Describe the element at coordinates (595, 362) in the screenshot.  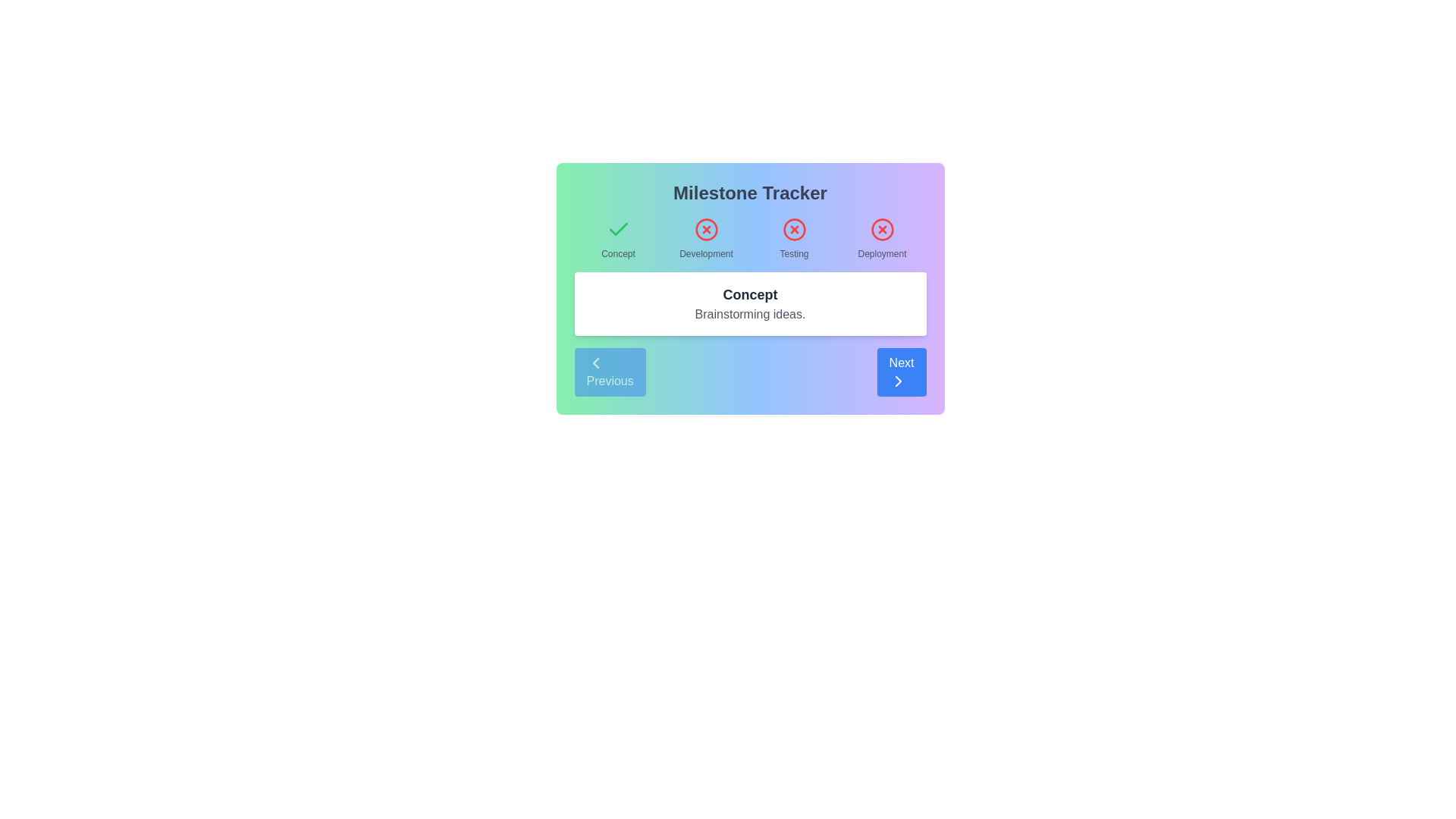
I see `the leftward-facing arrow icon within the 'Previous' navigational button located at the bottom-left corner of the card` at that location.